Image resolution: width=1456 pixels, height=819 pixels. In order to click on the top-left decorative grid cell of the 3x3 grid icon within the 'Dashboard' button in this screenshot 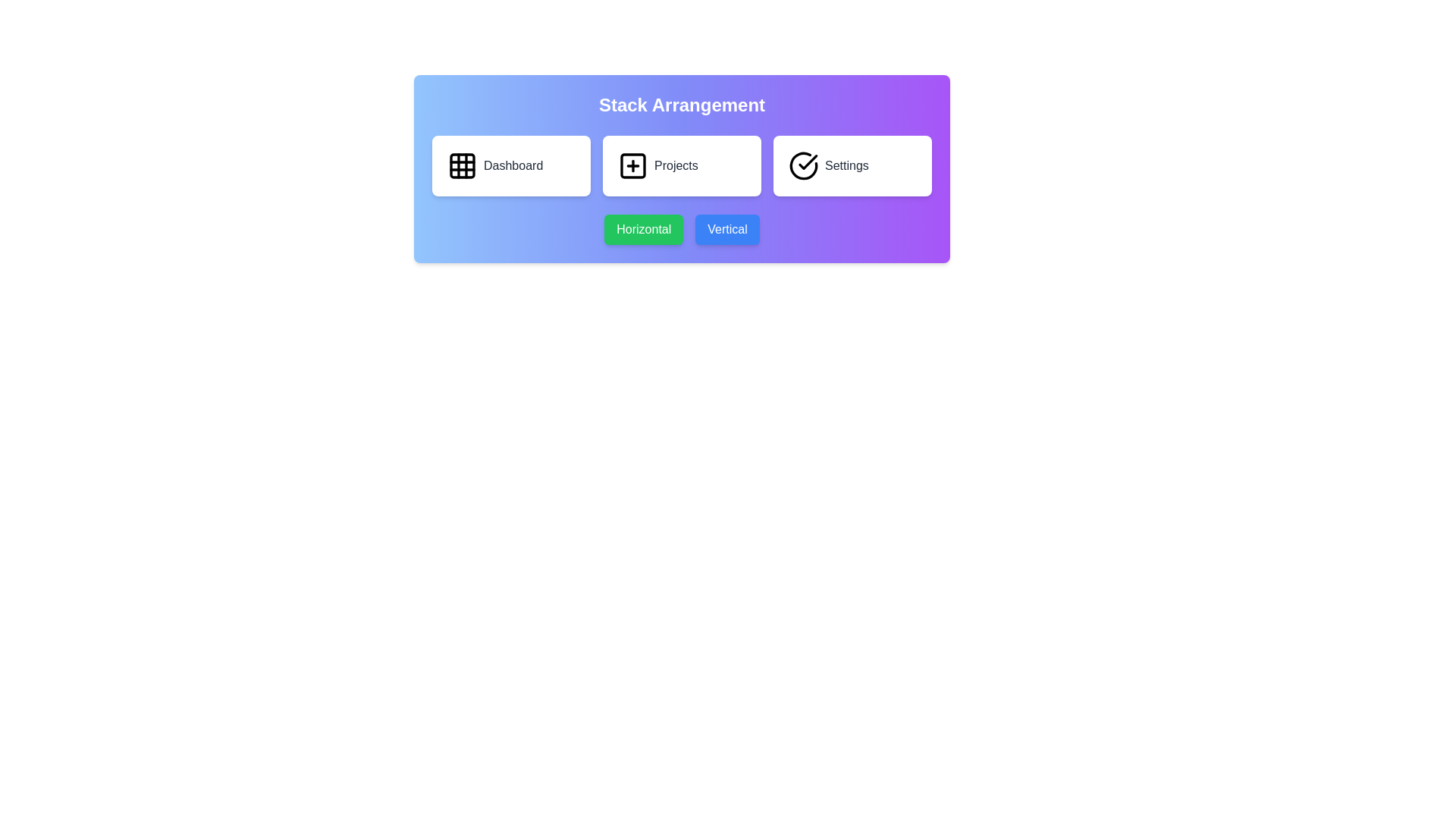, I will do `click(461, 166)`.